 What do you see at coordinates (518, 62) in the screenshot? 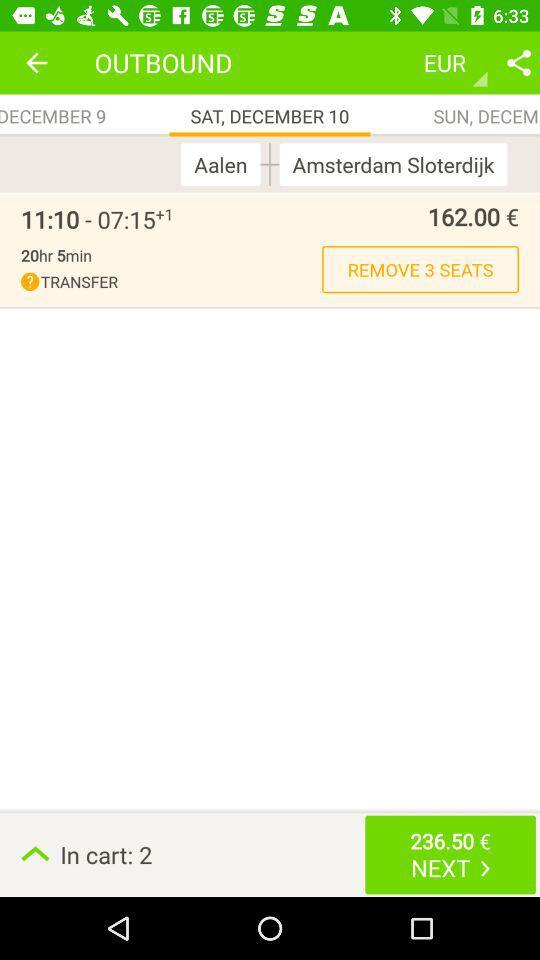
I see `share ticket` at bounding box center [518, 62].